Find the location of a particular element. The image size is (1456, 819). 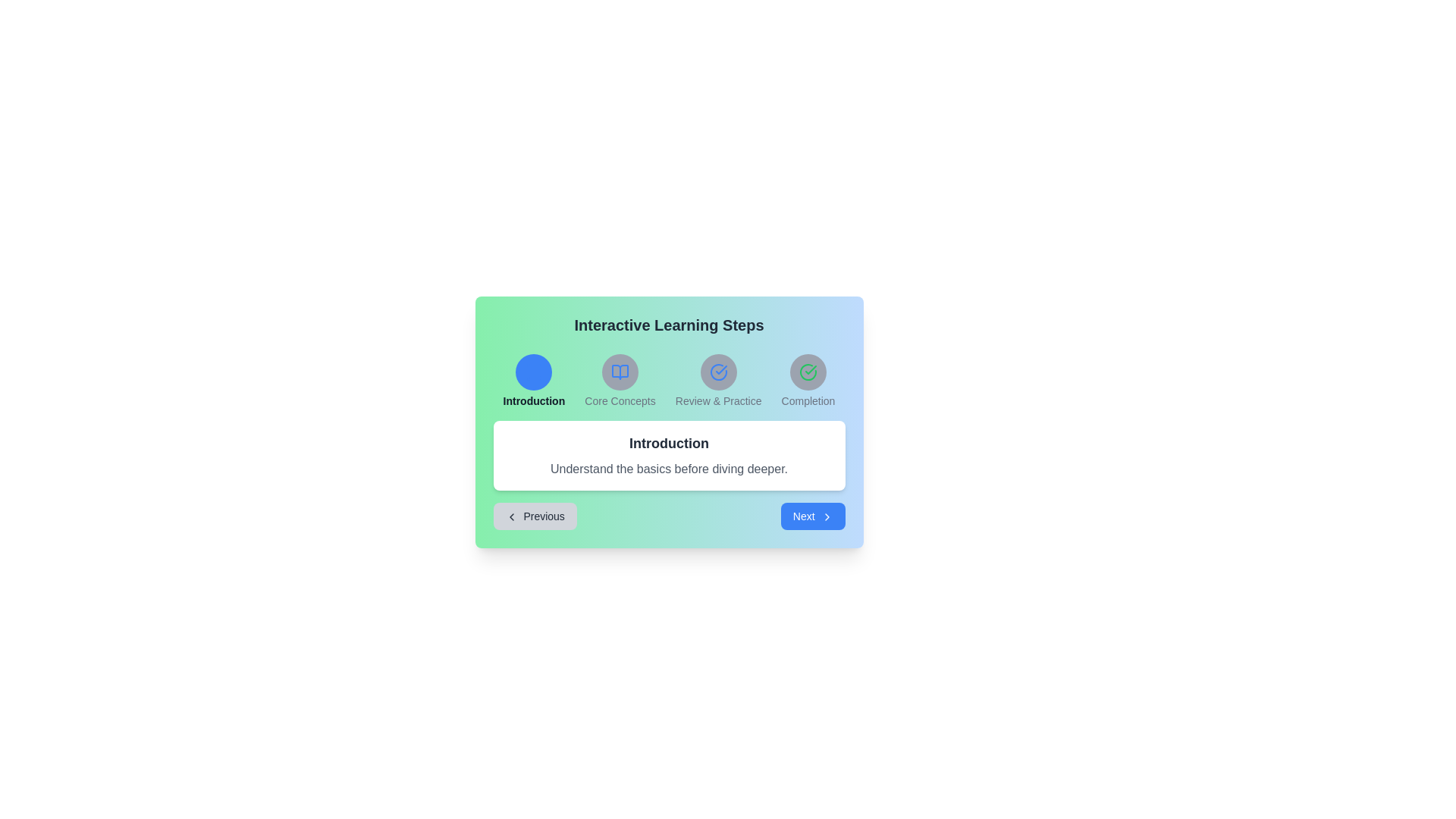

the 'Previous' button, which is a rectangular button with a light gray background and dark gray text, located at the bottom-right corner of the interface is located at coordinates (535, 516).